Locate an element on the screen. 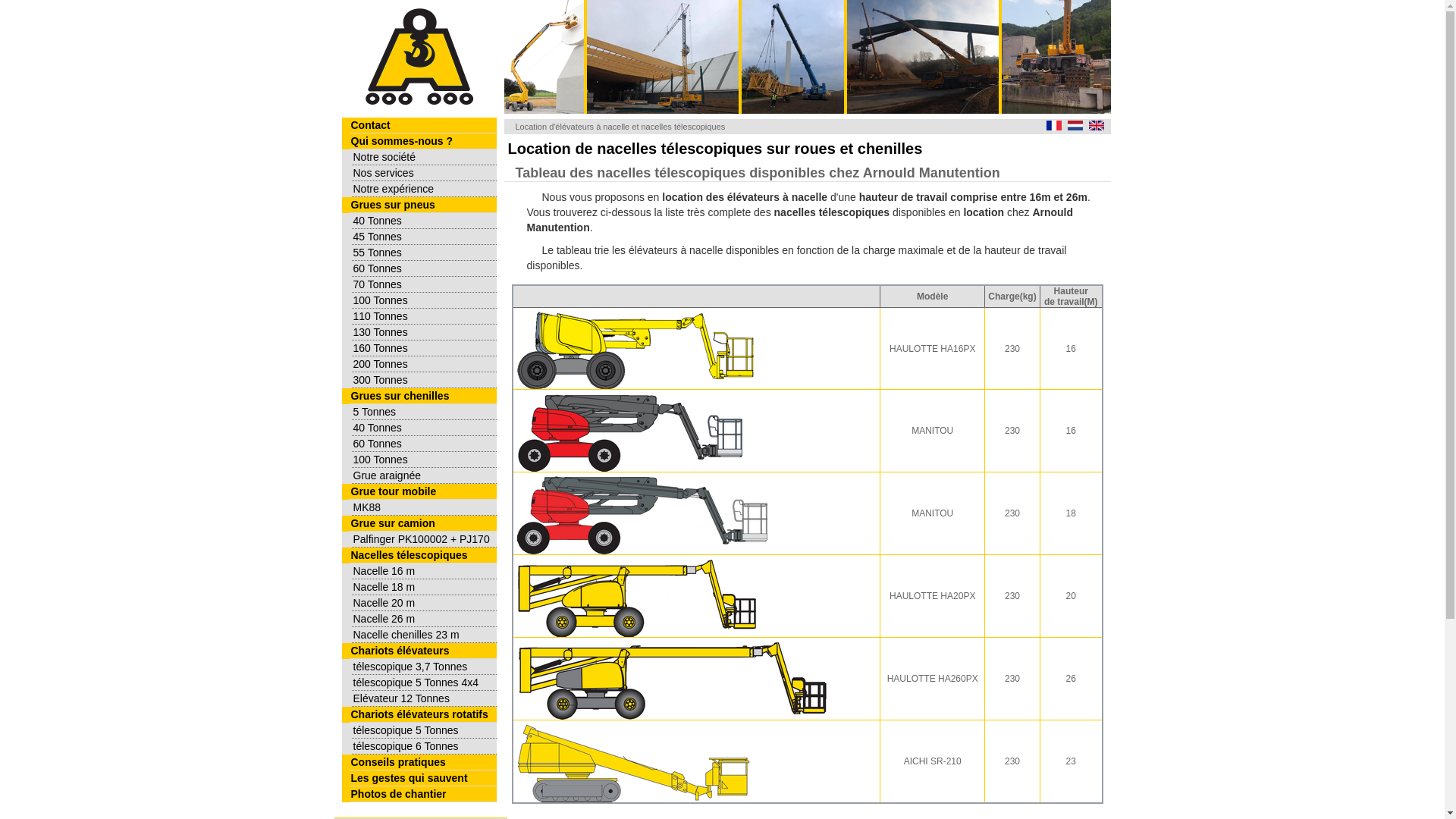 The width and height of the screenshot is (1456, 819). 'Photos de chantier' is located at coordinates (422, 793).